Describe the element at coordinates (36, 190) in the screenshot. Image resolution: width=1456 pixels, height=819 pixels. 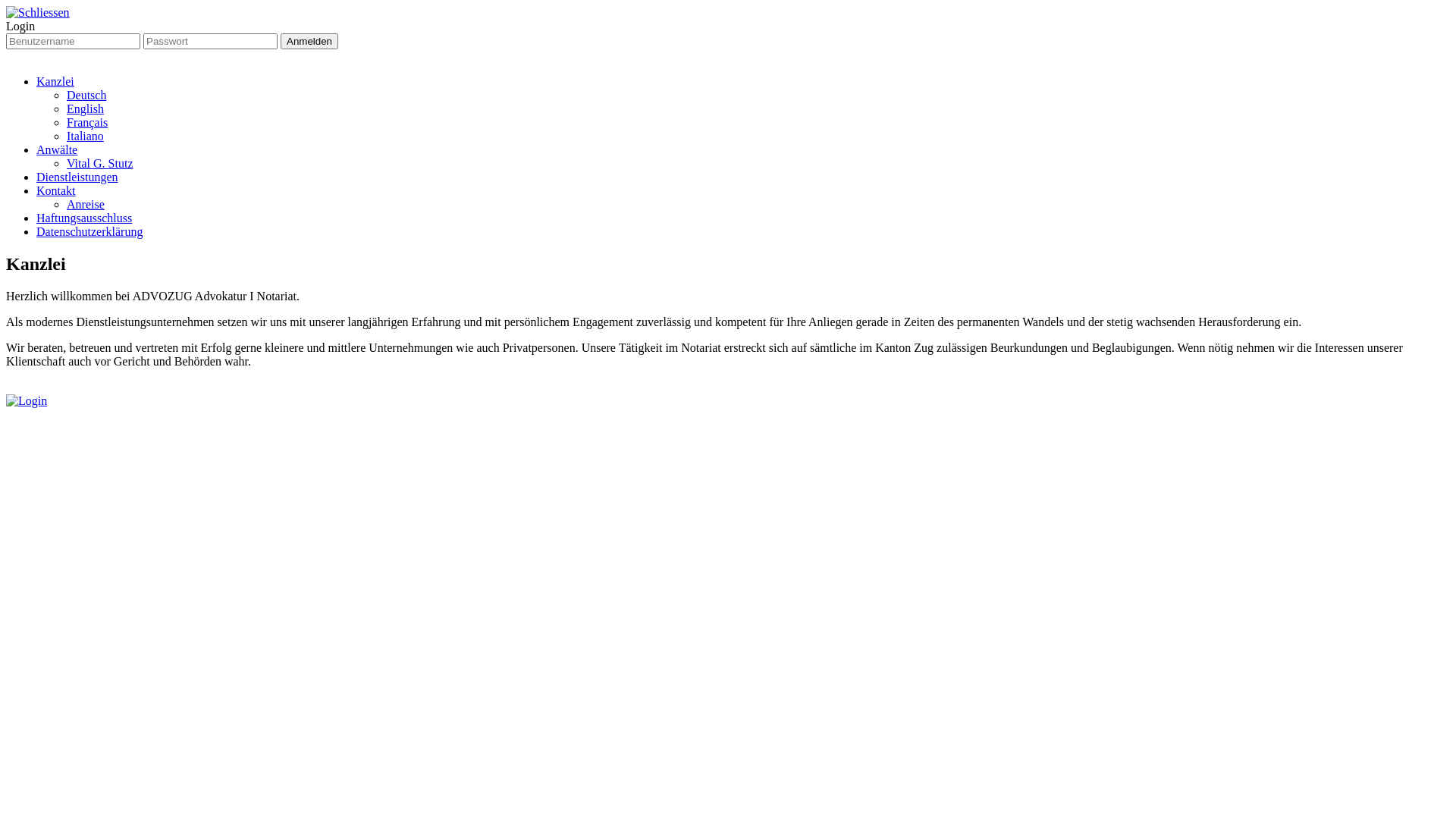
I see `'Kontakt'` at that location.